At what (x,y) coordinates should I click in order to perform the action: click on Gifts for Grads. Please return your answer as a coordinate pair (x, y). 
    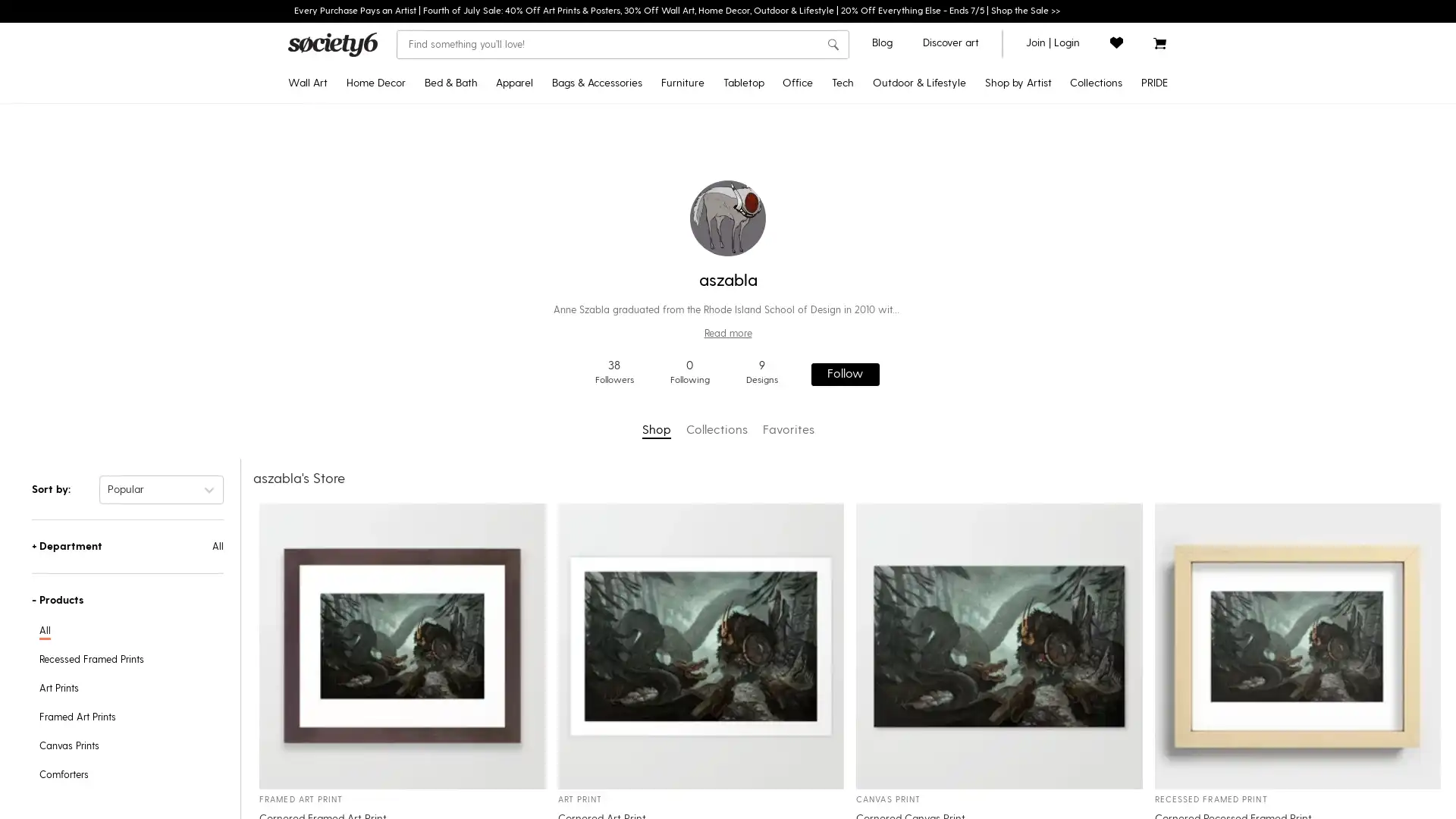
    Looking at the image, I should click on (1040, 146).